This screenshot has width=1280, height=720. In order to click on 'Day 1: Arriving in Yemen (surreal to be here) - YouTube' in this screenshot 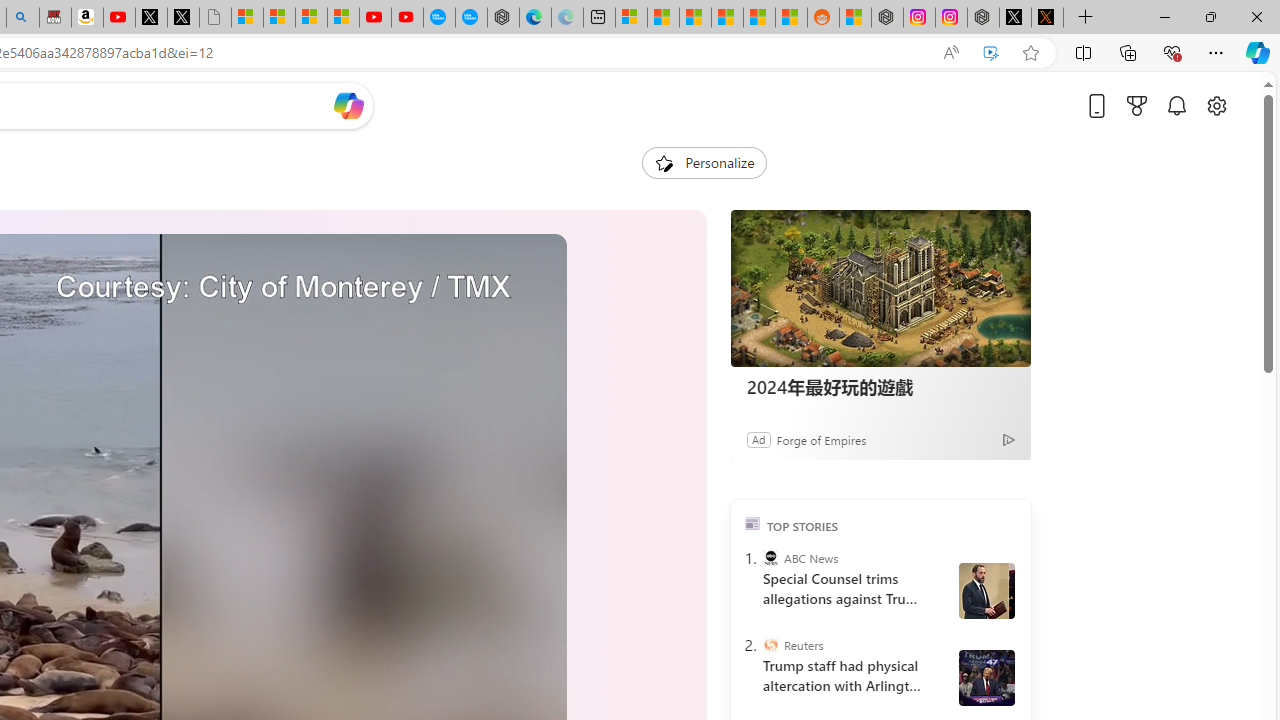, I will do `click(118, 17)`.